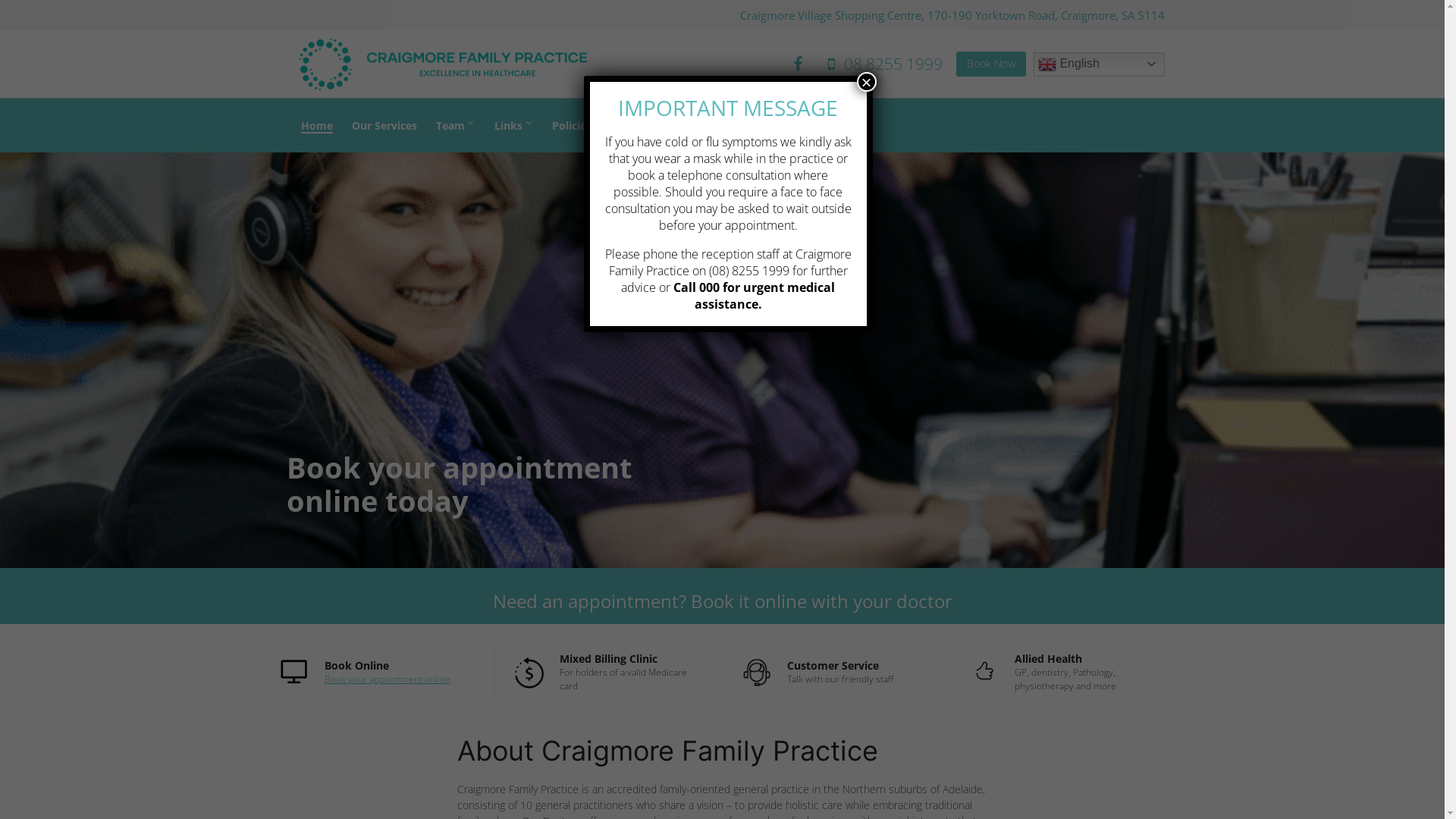 This screenshot has height=819, width=1456. I want to click on 'Links', so click(513, 124).